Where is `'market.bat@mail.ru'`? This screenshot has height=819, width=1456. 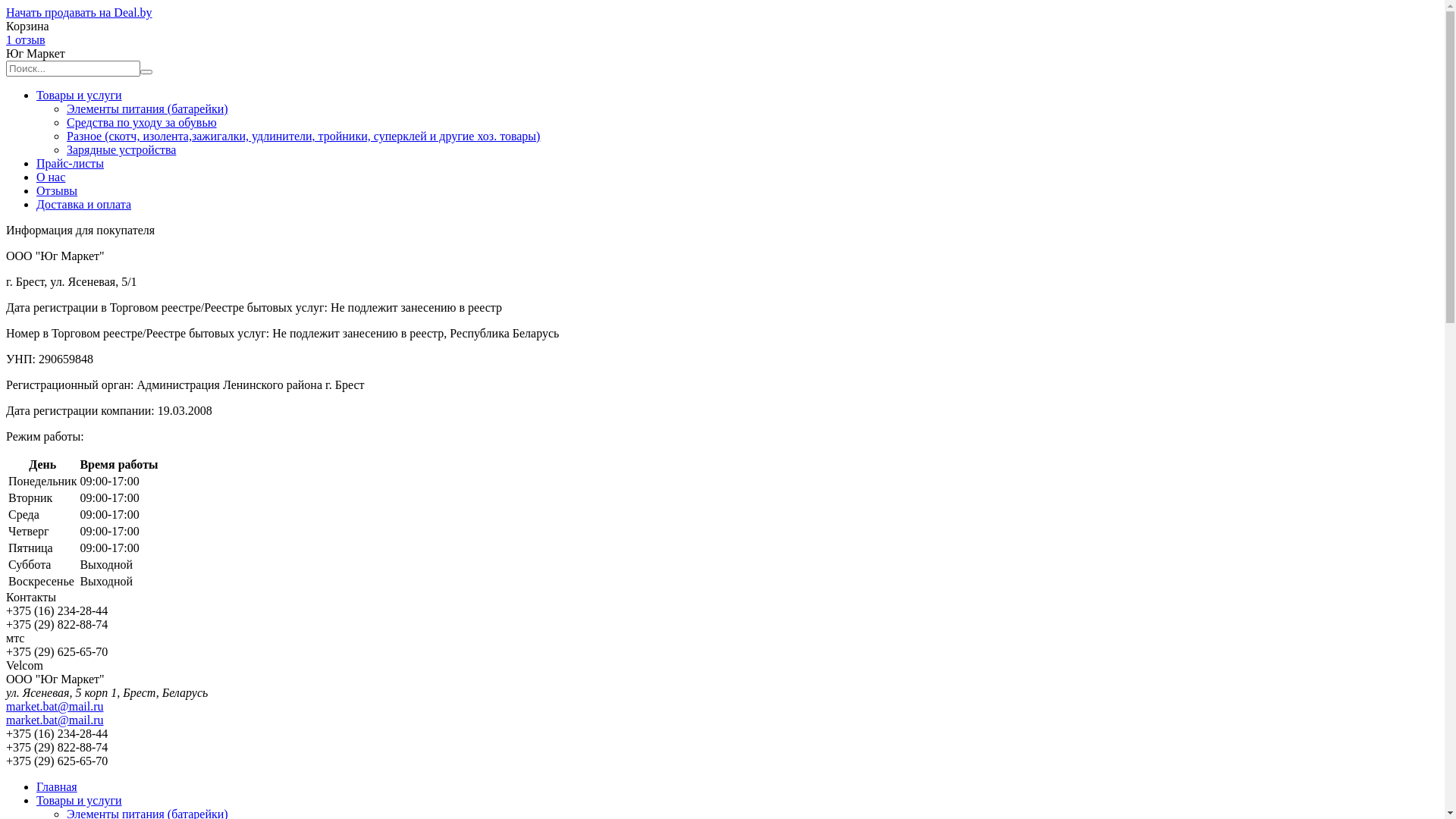
'market.bat@mail.ru' is located at coordinates (55, 706).